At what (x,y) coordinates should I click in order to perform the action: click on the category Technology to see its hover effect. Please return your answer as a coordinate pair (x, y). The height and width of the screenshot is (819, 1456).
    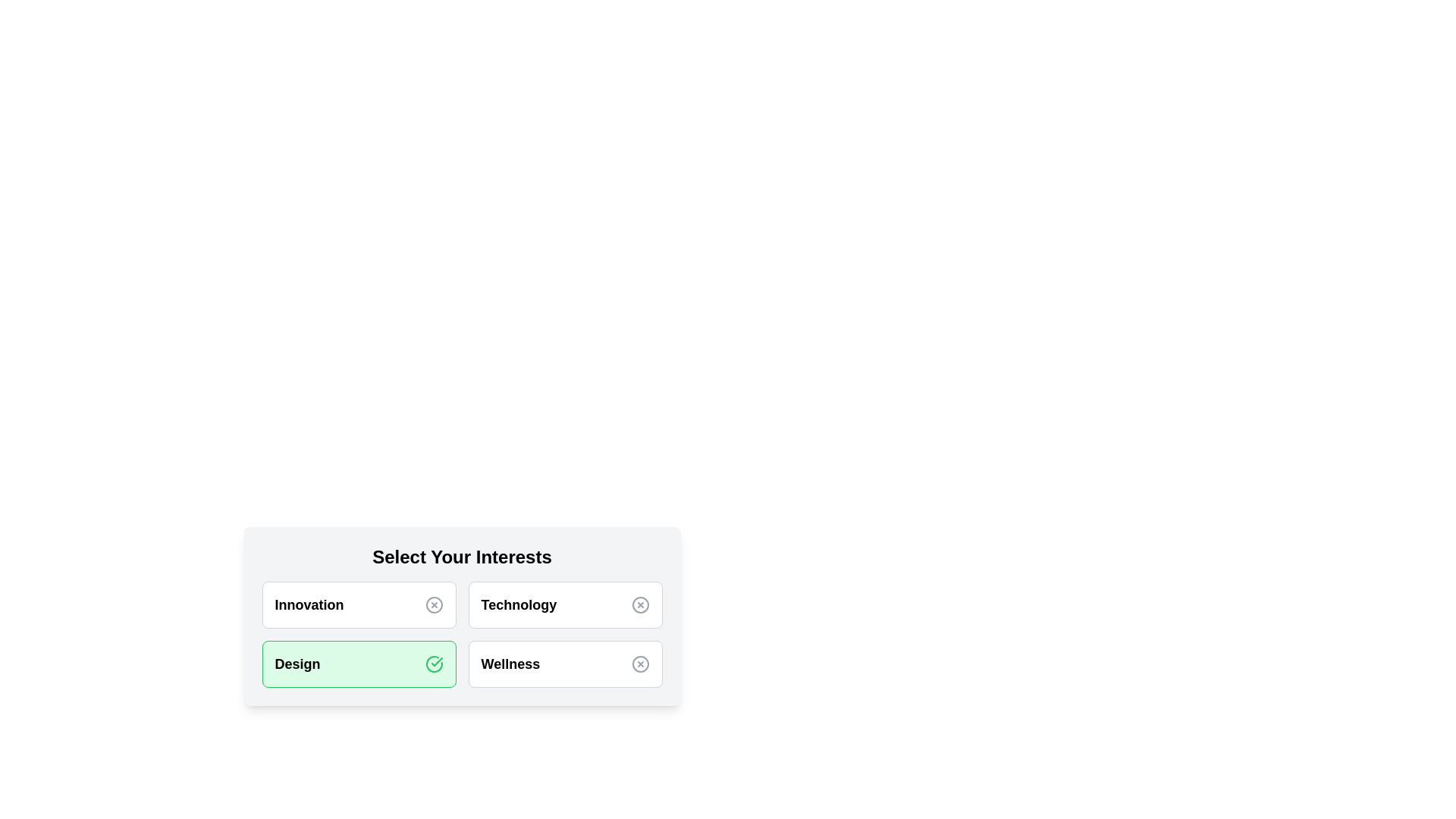
    Looking at the image, I should click on (564, 604).